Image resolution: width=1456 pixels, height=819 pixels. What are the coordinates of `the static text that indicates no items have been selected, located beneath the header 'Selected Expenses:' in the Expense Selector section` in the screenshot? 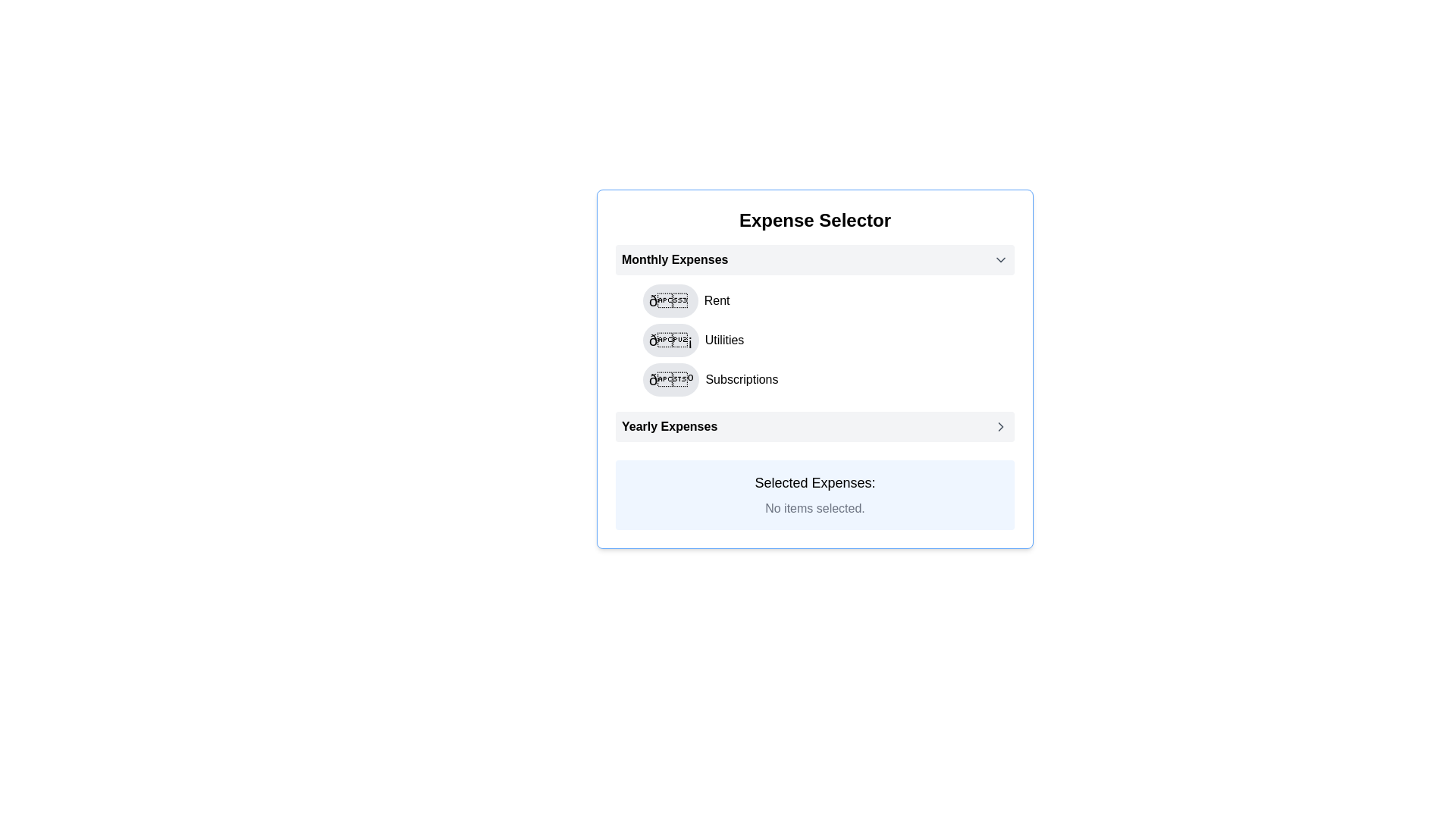 It's located at (814, 509).